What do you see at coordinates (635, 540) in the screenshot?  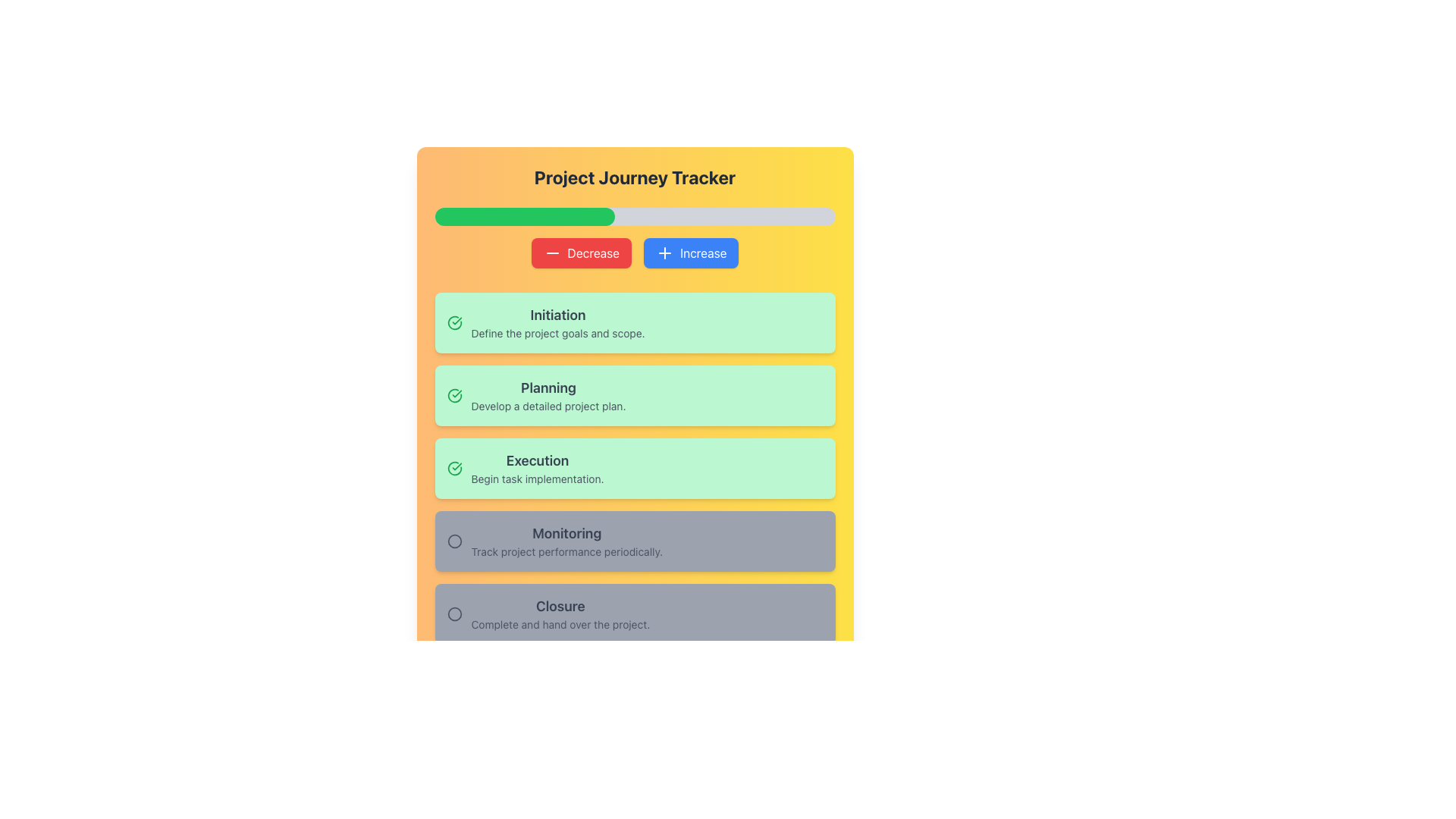 I see `the 'Monitoring' phase card, which is the fourth card in a vertical sequence, located between the 'Execution' and 'Closure' cards` at bounding box center [635, 540].